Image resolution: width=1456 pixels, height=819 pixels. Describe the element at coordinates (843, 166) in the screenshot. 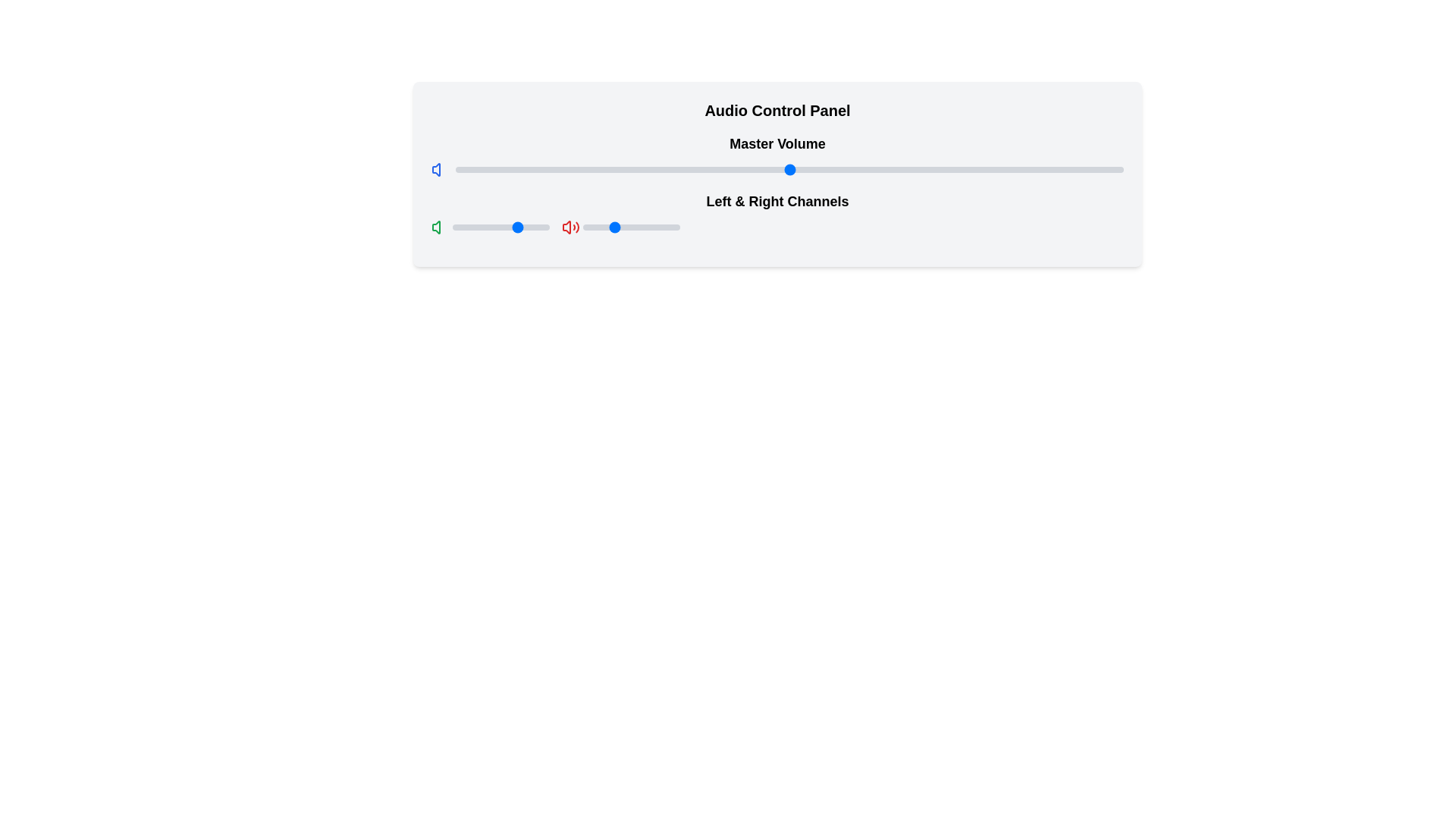

I see `the volume slider` at that location.